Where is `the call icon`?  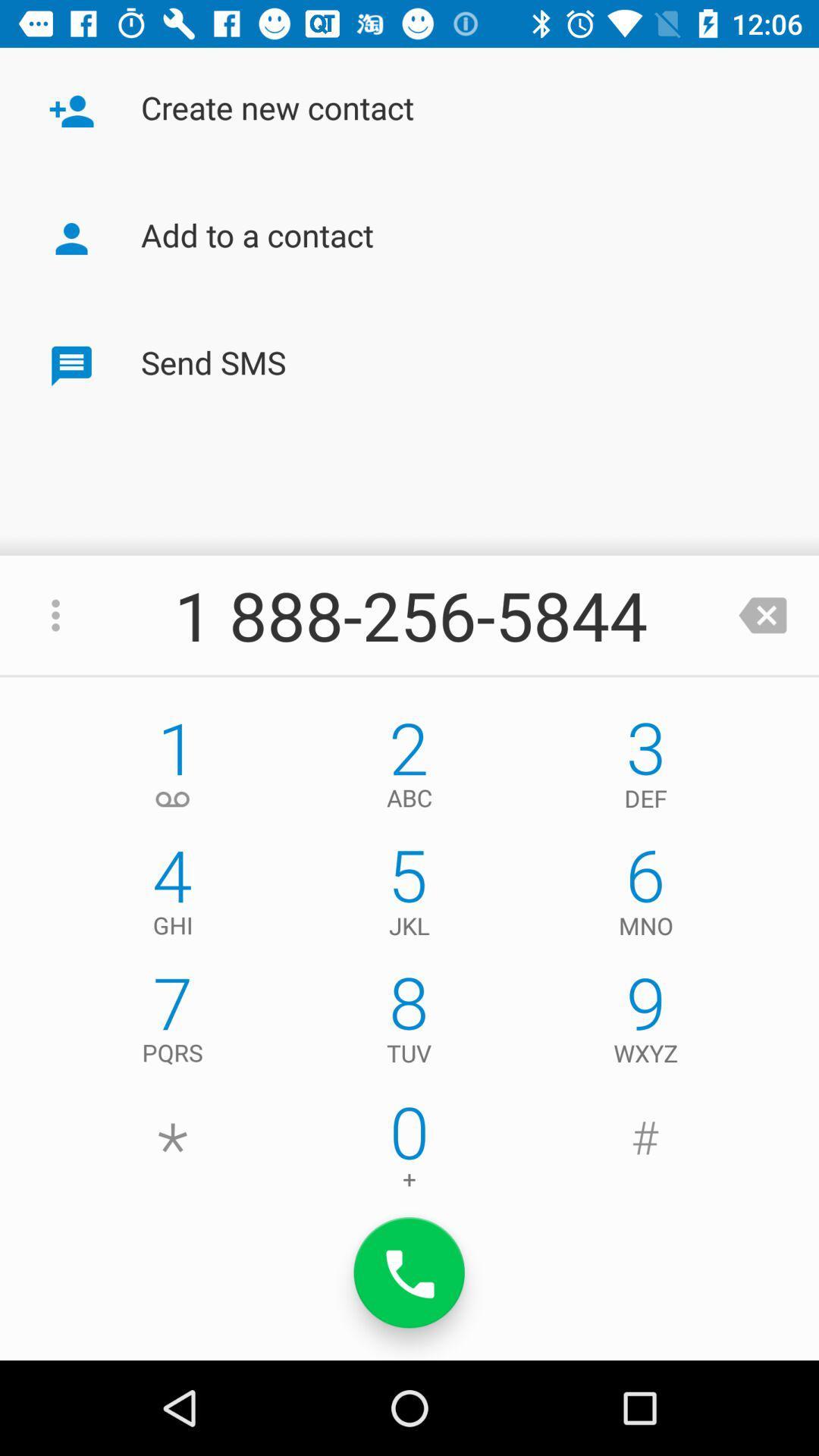 the call icon is located at coordinates (409, 1272).